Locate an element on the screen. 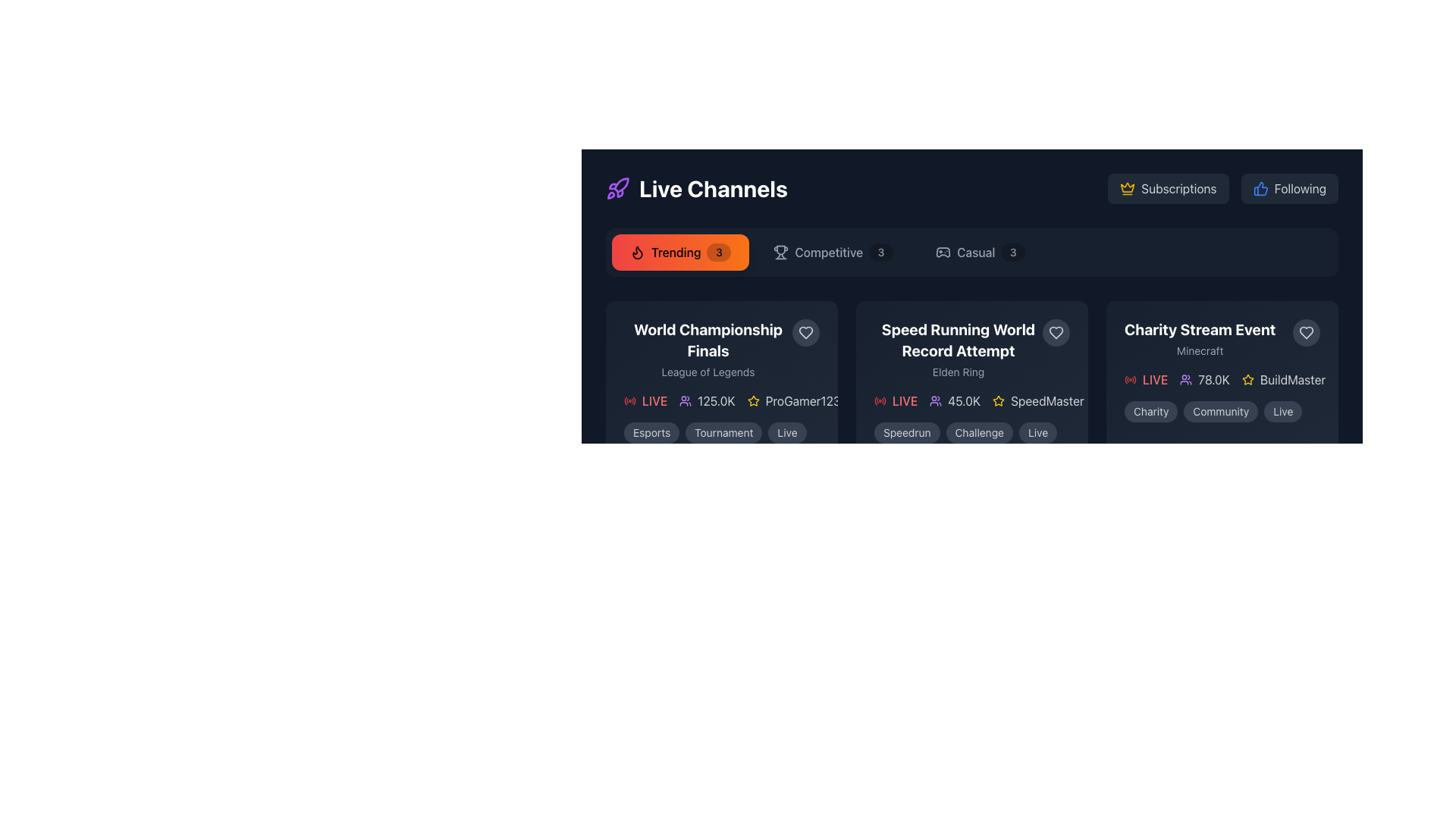  on the text display component that shows 'World Championship Finals' and 'League of Legends' is located at coordinates (720, 350).